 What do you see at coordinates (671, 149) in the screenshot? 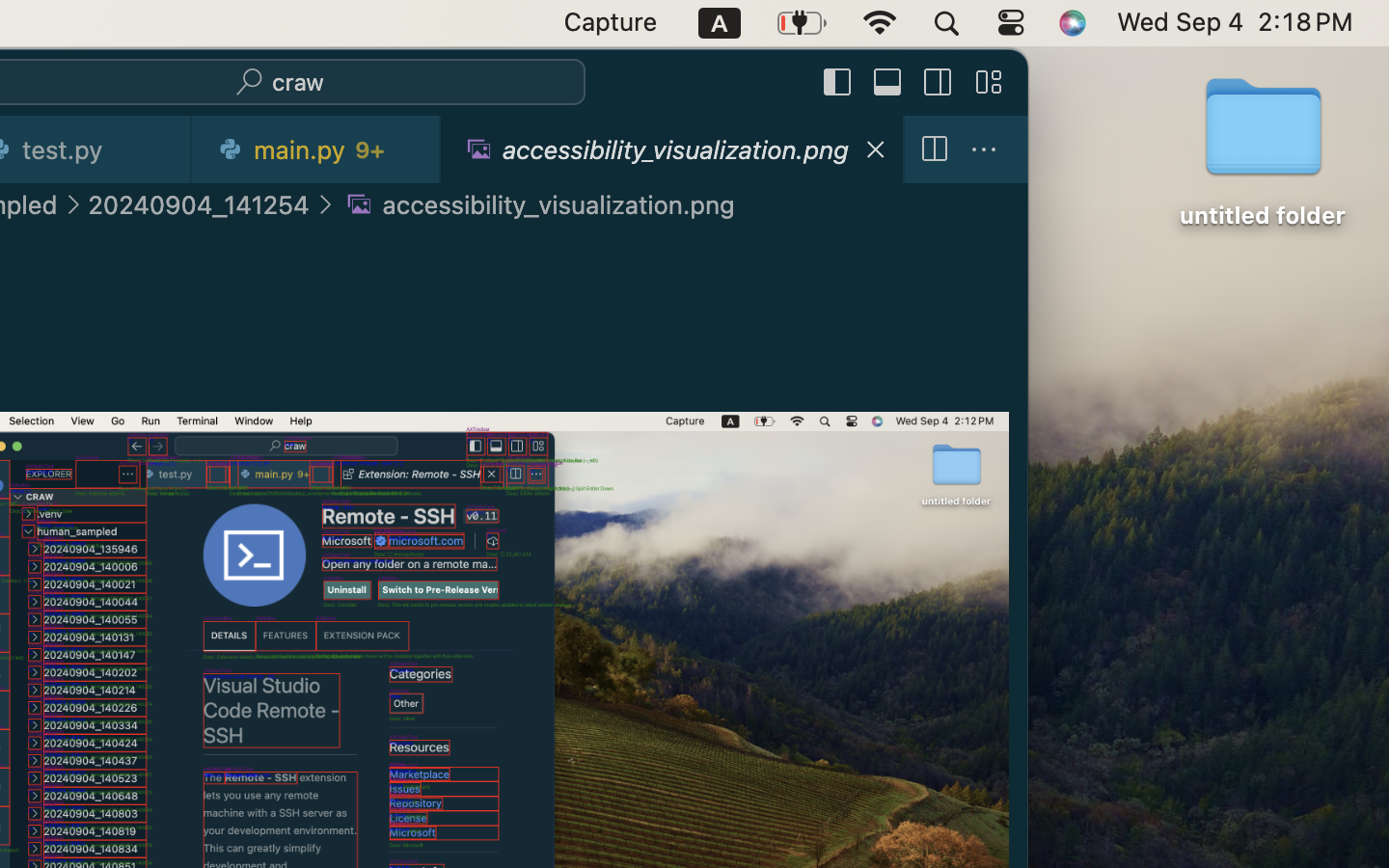
I see `'1 accessibility_visualization.png  '` at bounding box center [671, 149].